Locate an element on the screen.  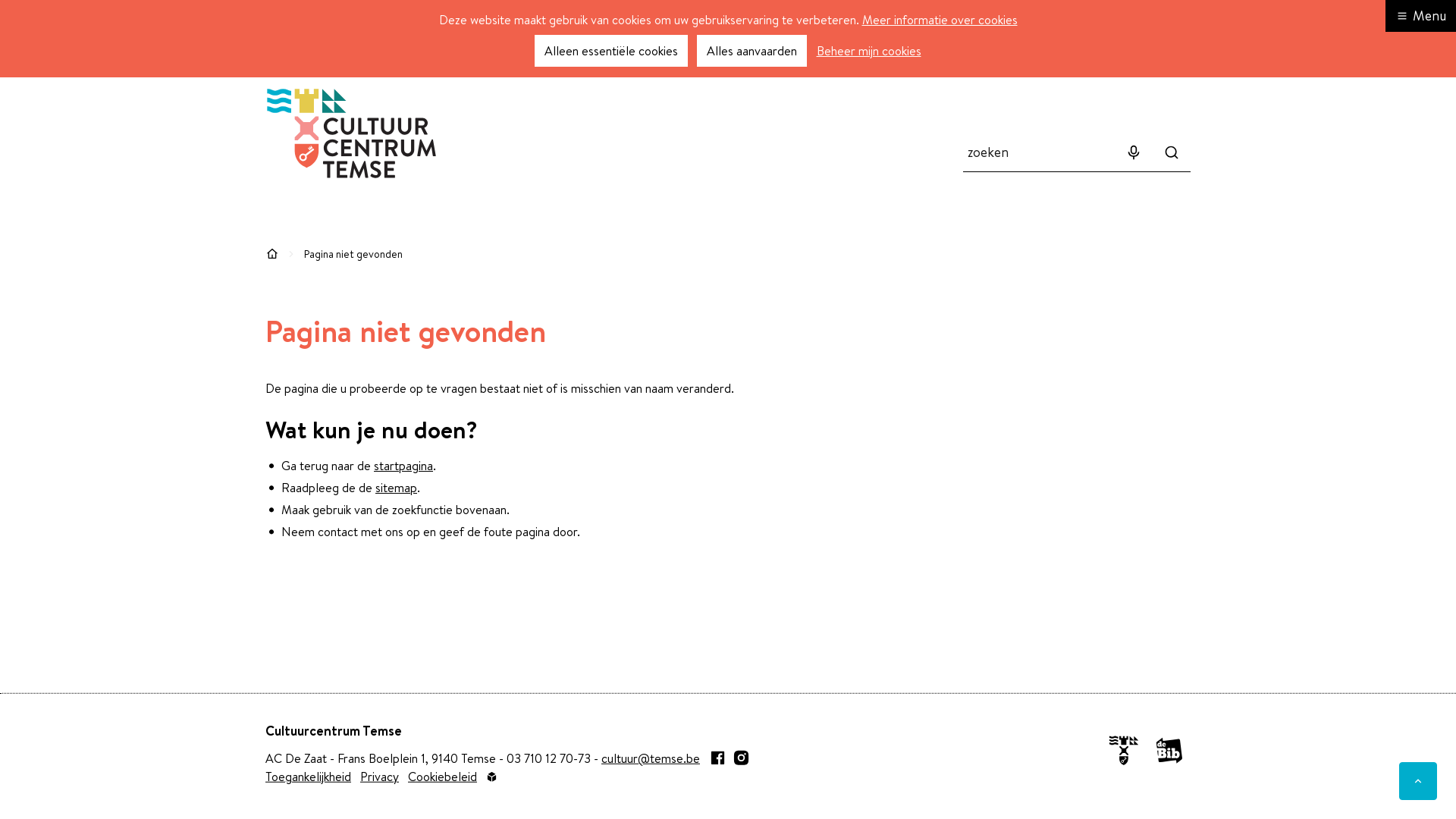
'Privacy' is located at coordinates (379, 776).